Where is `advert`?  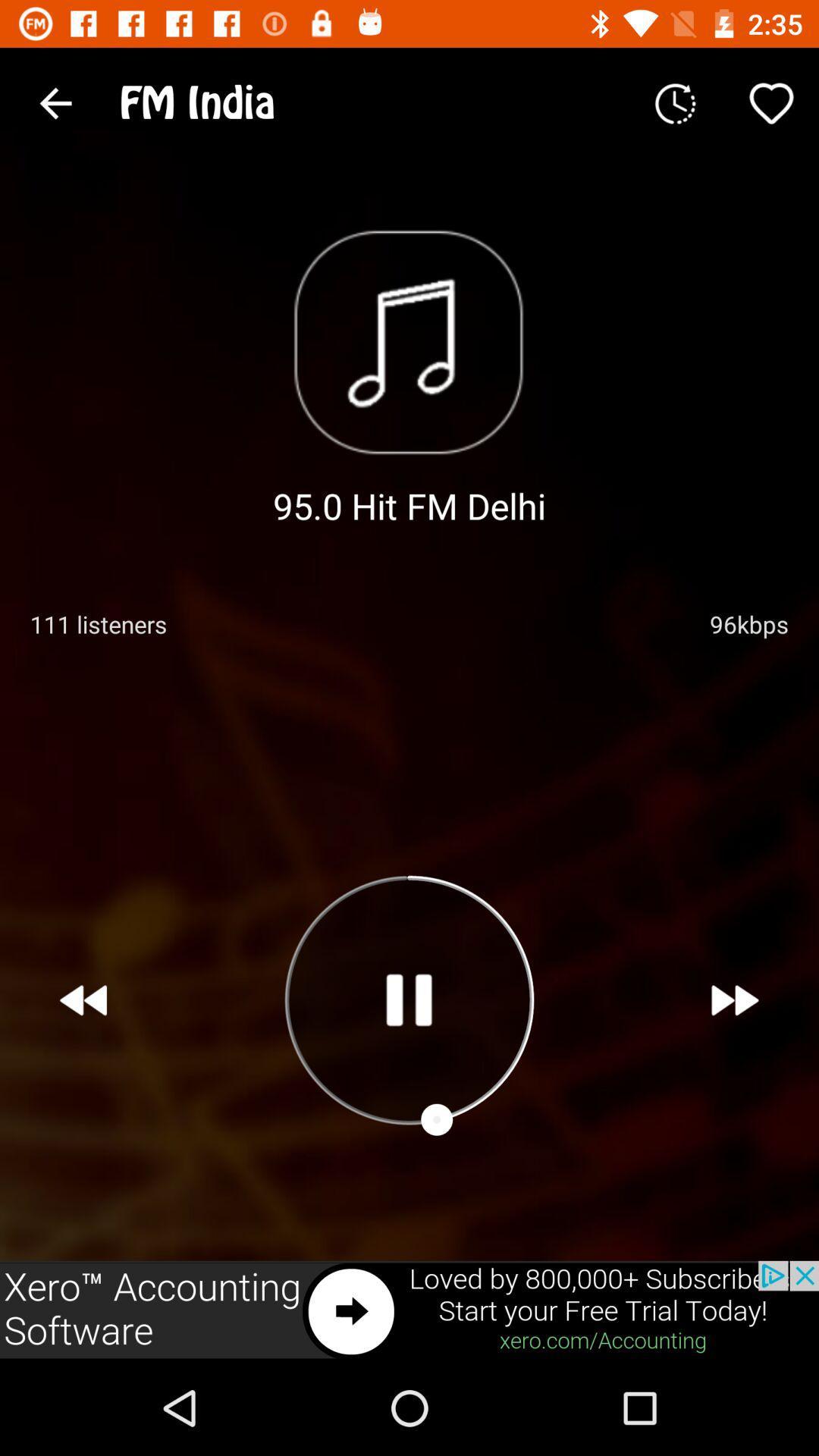 advert is located at coordinates (409, 1310).